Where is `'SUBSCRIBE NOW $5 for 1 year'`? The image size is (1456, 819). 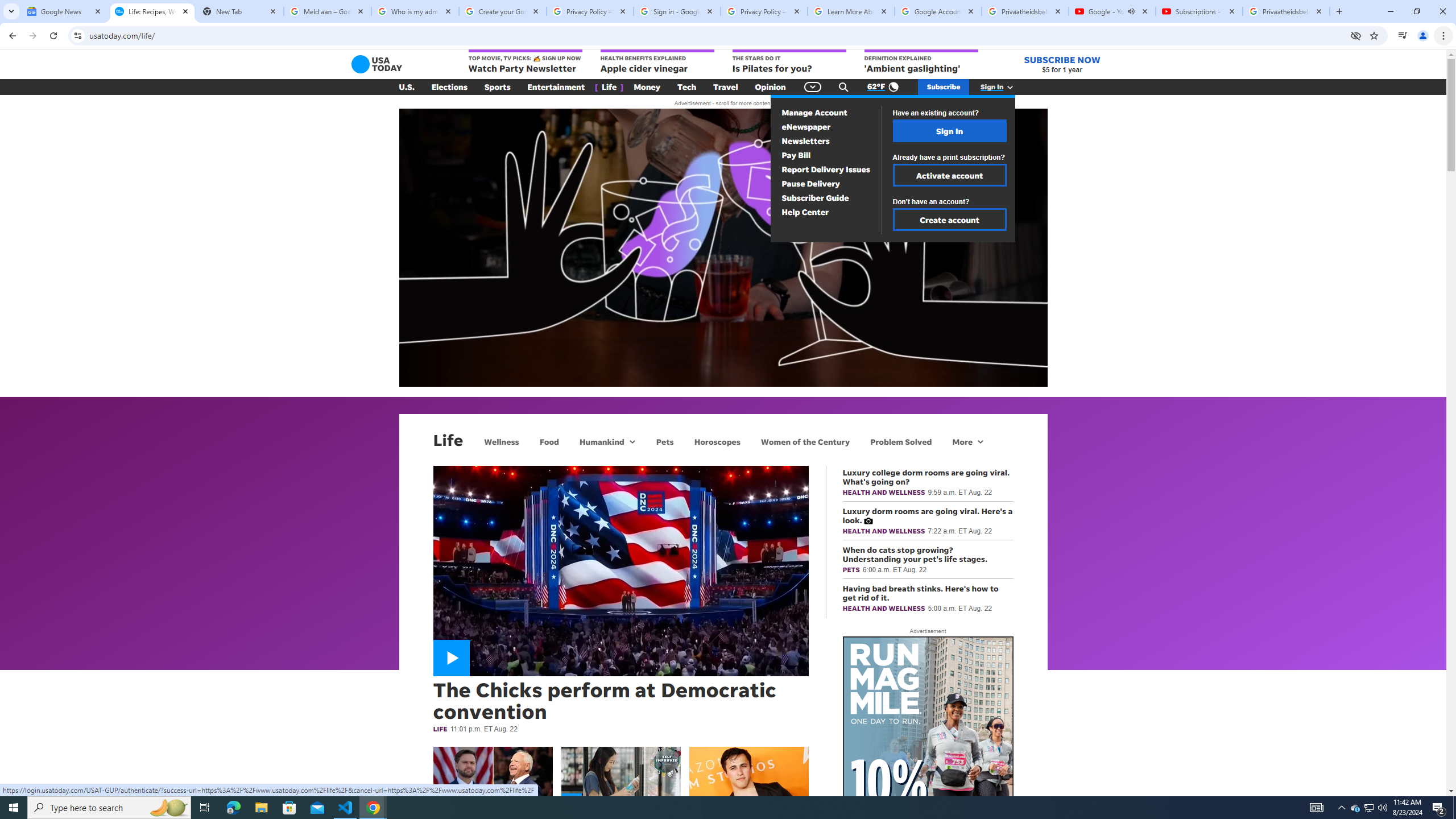 'SUBSCRIBE NOW $5 for 1 year' is located at coordinates (1062, 64).